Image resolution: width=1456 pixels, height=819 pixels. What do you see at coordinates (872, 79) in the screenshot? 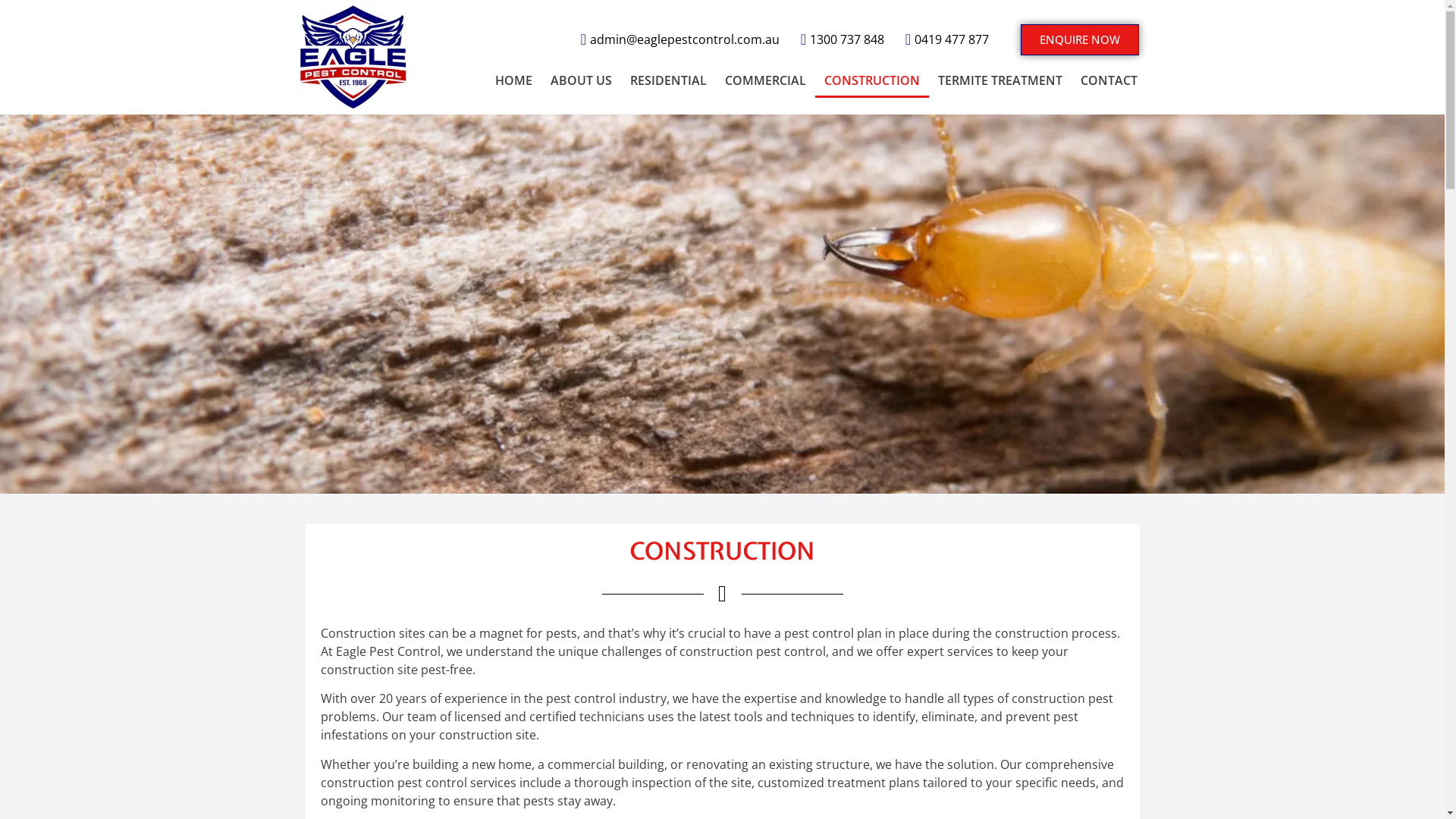
I see `'CONSTRUCTION'` at bounding box center [872, 79].